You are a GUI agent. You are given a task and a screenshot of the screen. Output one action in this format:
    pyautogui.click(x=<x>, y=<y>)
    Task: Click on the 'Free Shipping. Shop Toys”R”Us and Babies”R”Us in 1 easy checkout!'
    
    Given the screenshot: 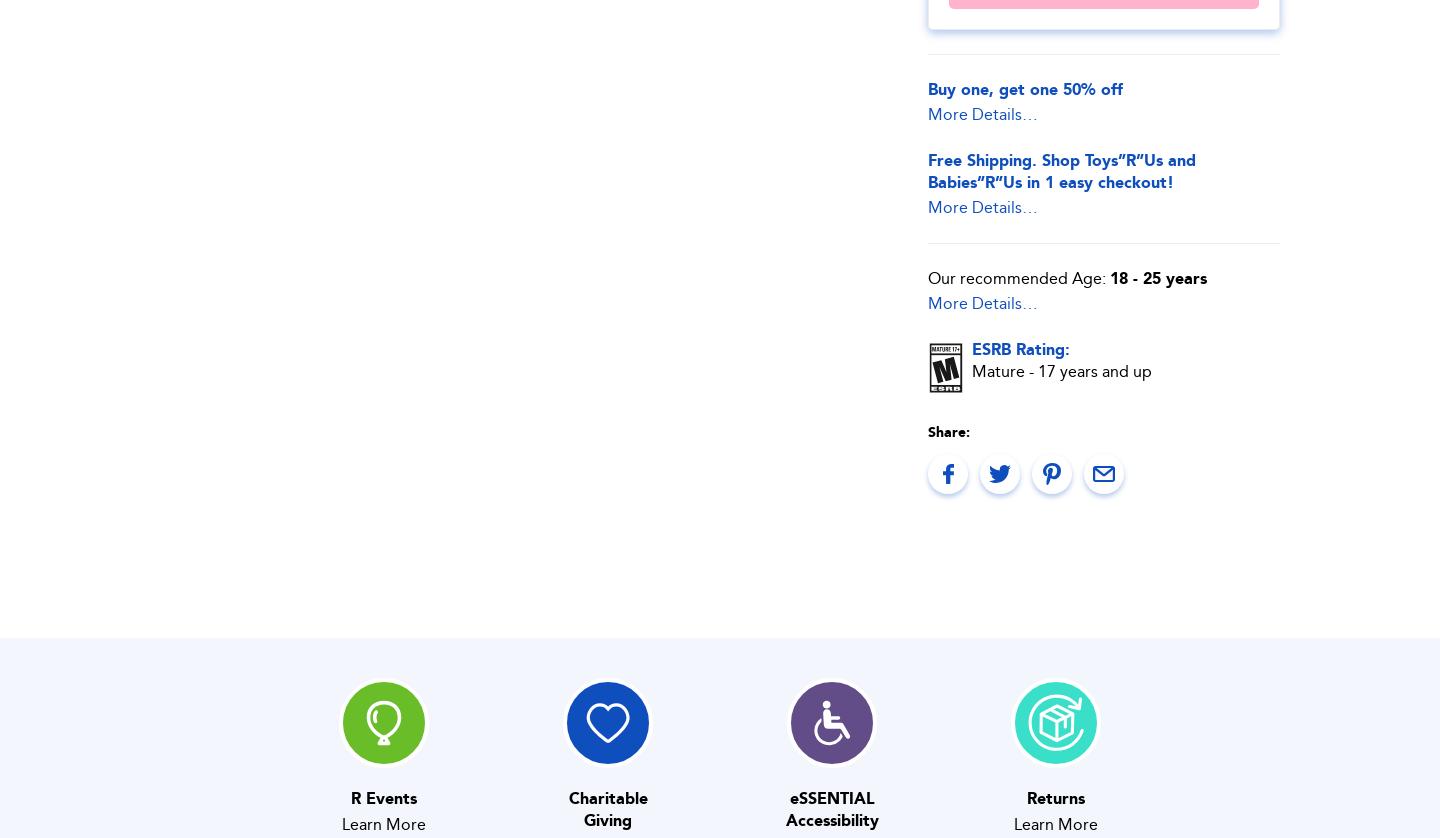 What is the action you would take?
    pyautogui.click(x=1062, y=170)
    